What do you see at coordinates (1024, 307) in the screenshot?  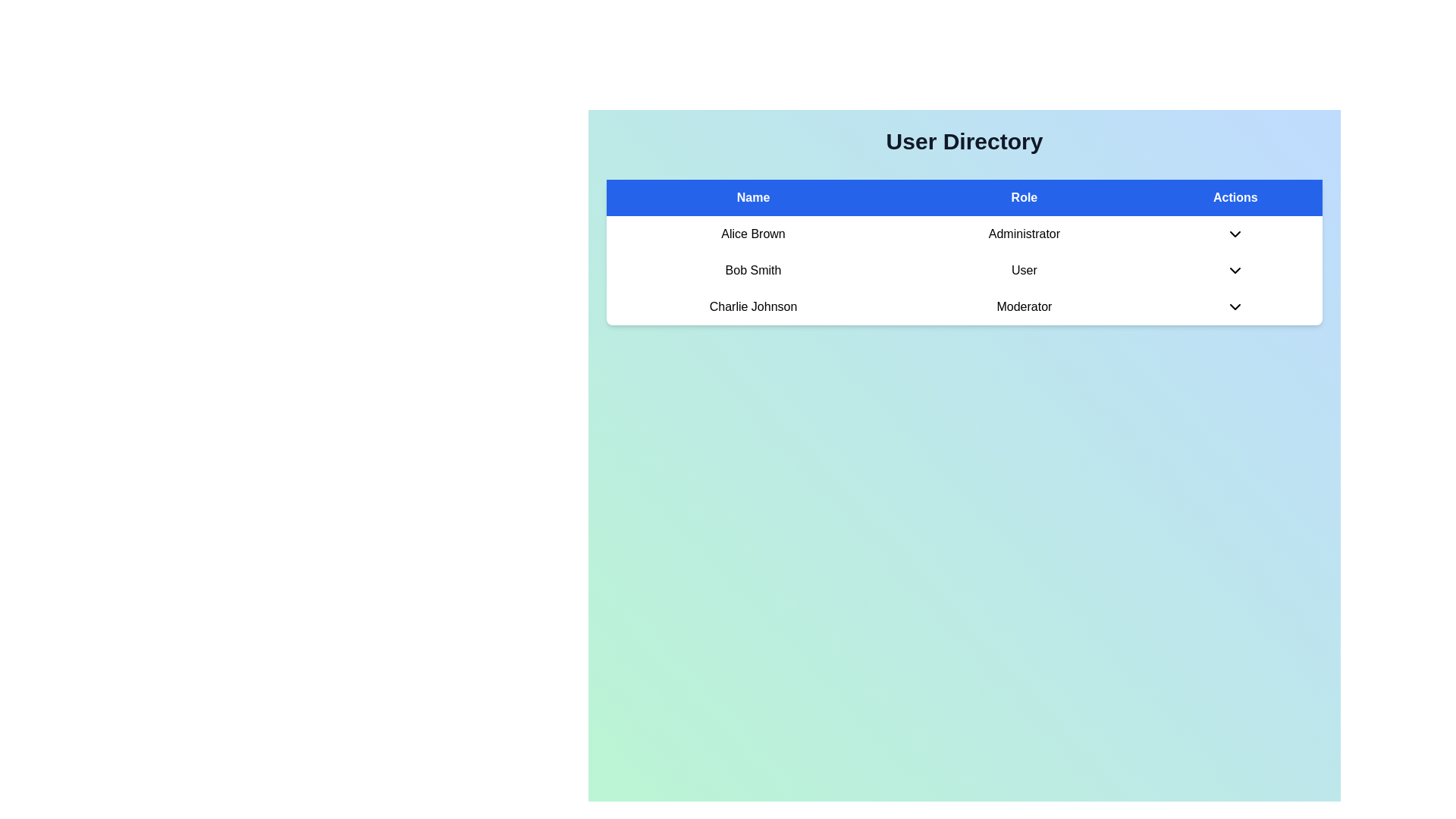 I see `the informational text label displaying the role of user 'Charlie Johnson' as 'Moderator', located in the second cell of the third row within the 'Role' table` at bounding box center [1024, 307].